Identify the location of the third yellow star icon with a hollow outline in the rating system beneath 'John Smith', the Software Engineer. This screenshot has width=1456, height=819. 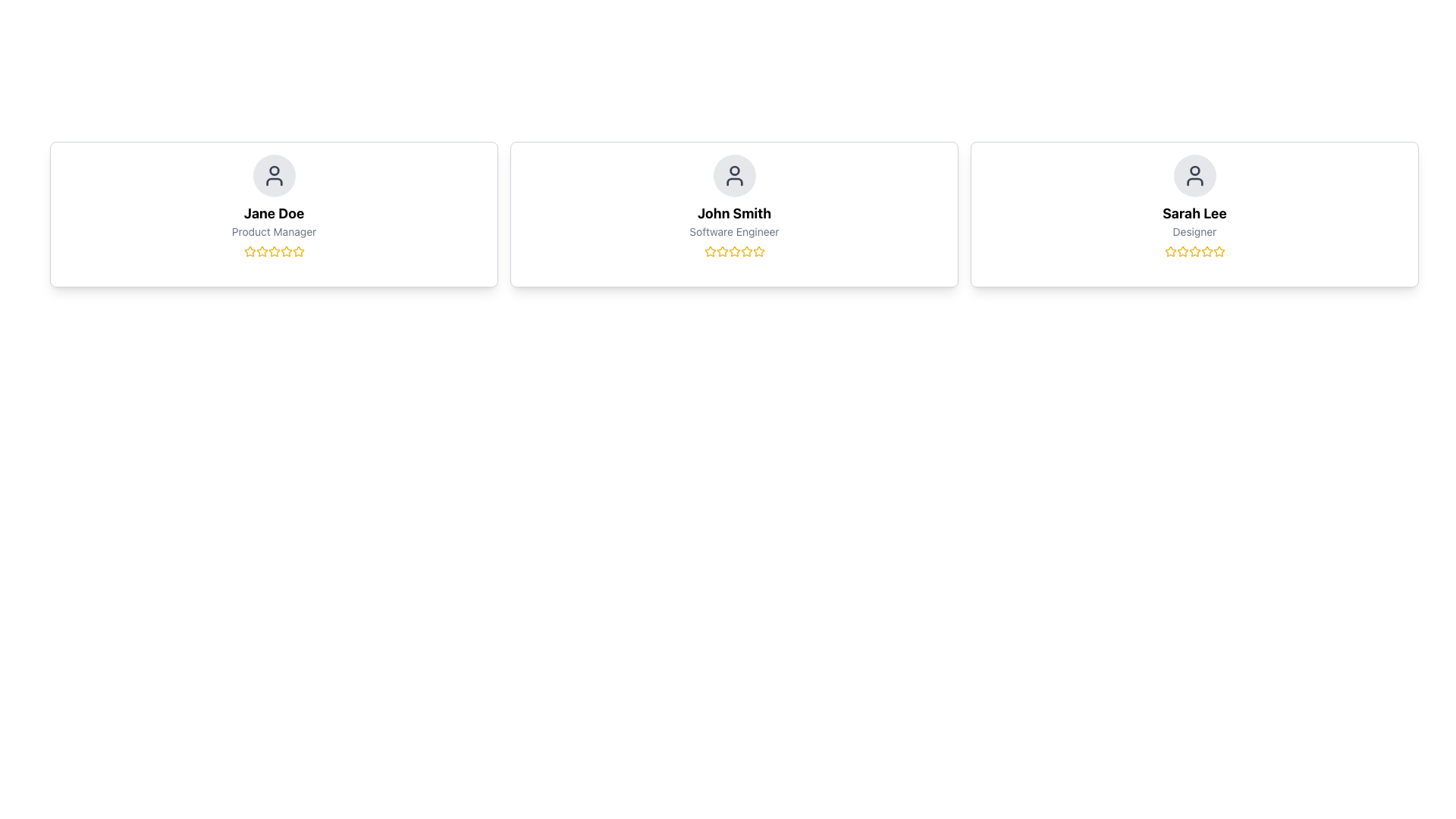
(721, 250).